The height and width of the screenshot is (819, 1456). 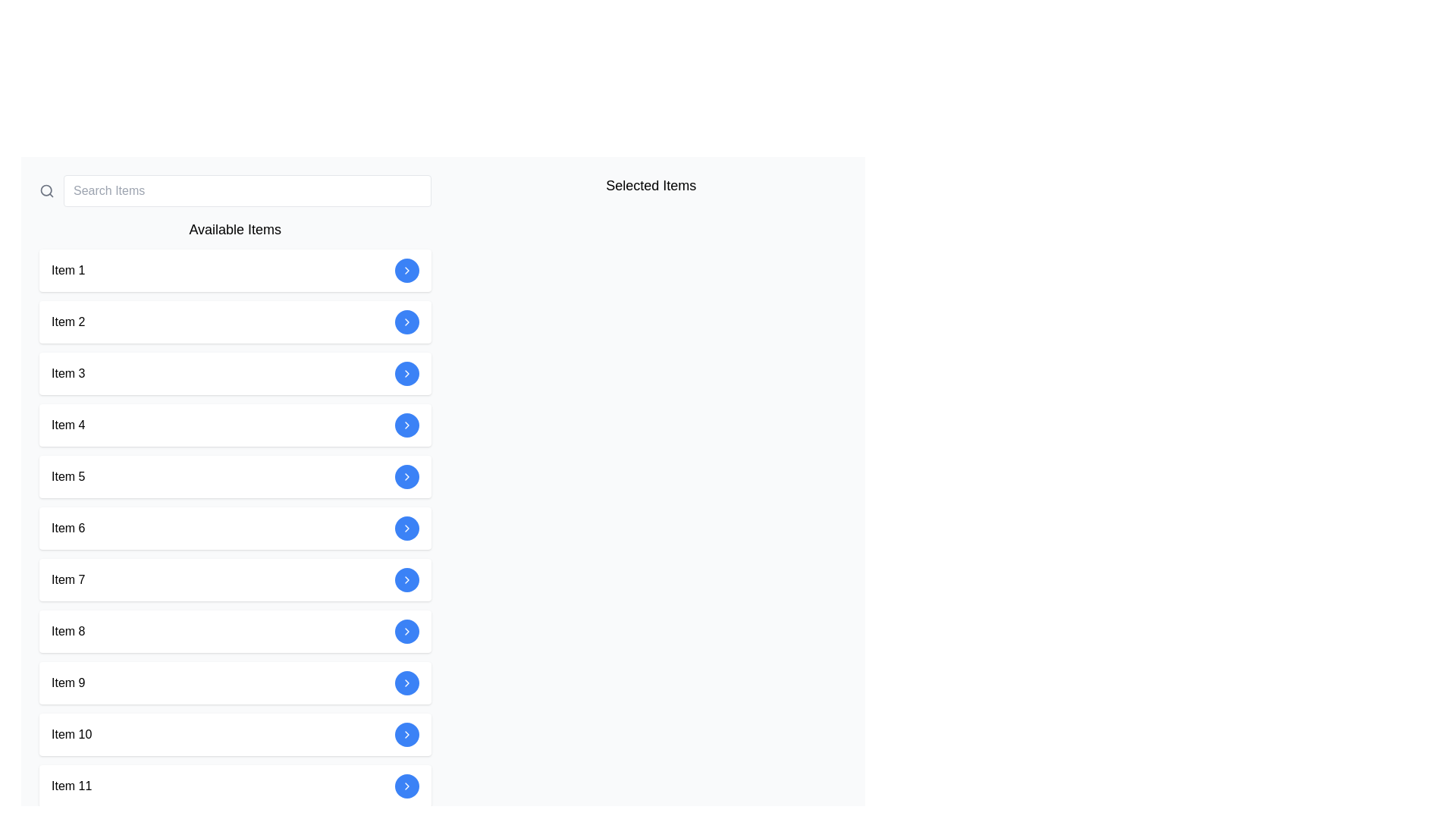 I want to click on the input box labeled 'Search Items' by clicking the magnifying glass icon, so click(x=46, y=190).